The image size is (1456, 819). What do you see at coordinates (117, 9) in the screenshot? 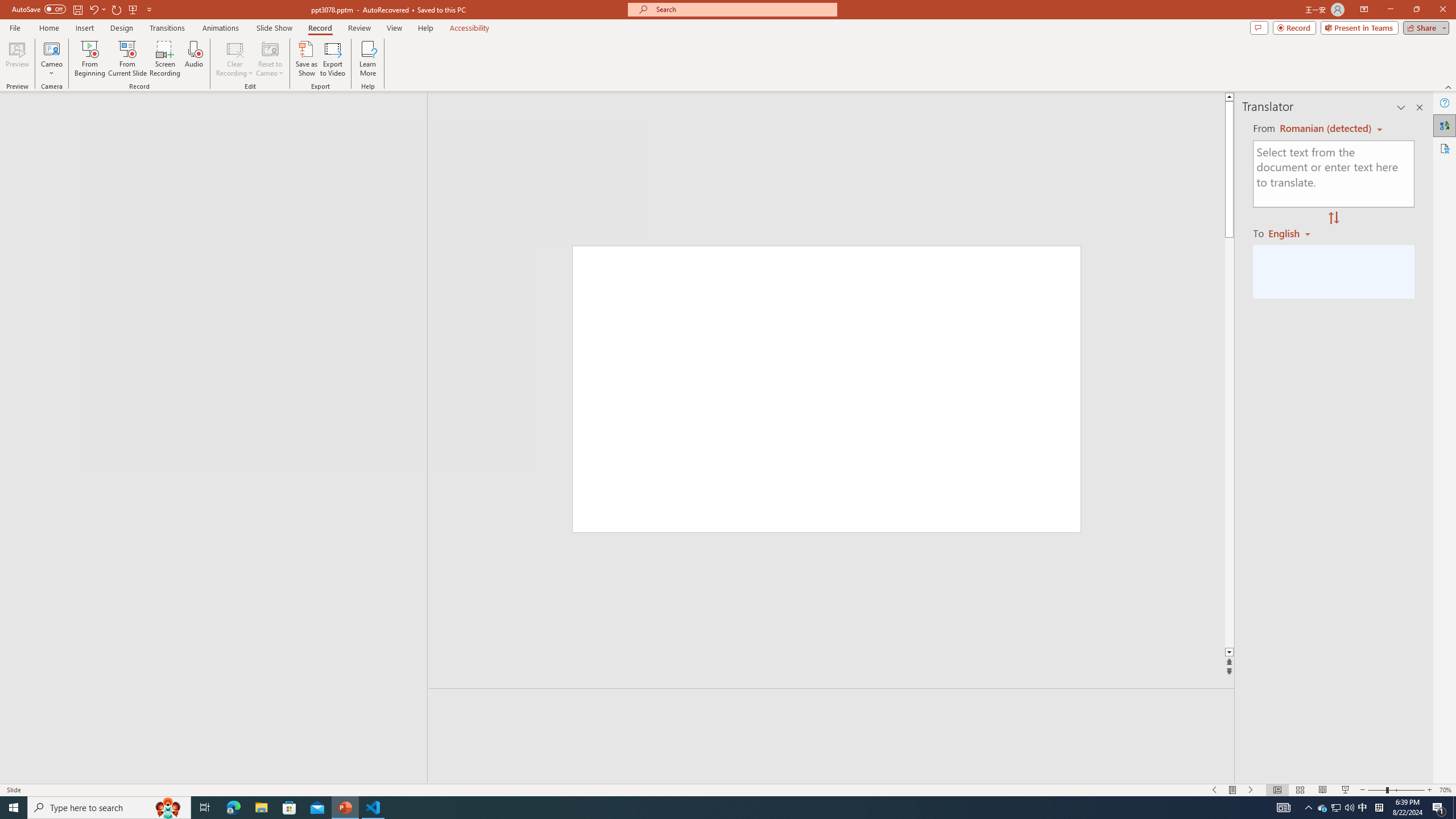
I see `'Redo'` at bounding box center [117, 9].